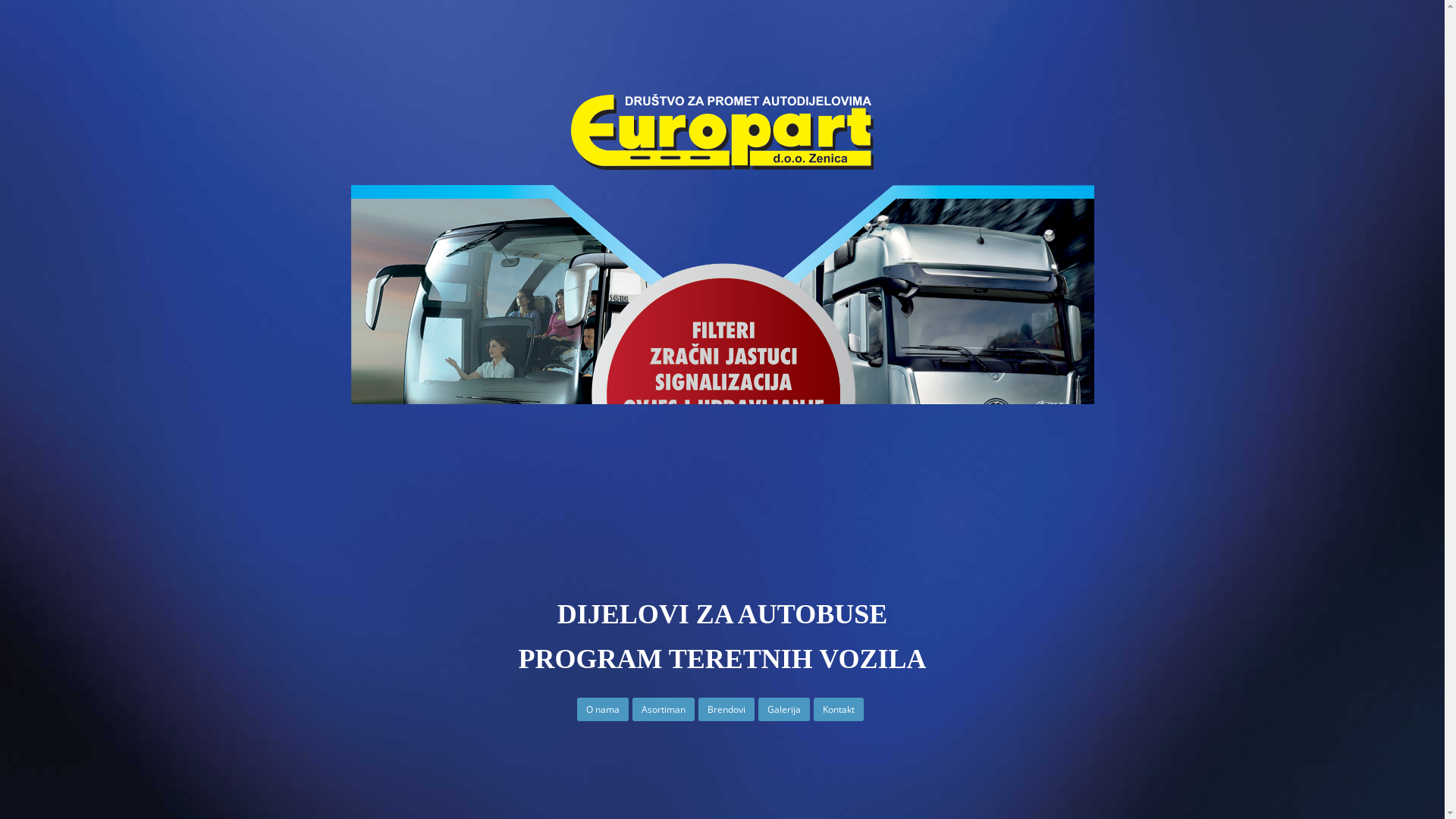 This screenshot has width=1456, height=819. What do you see at coordinates (663, 710) in the screenshot?
I see `'Asortiman'` at bounding box center [663, 710].